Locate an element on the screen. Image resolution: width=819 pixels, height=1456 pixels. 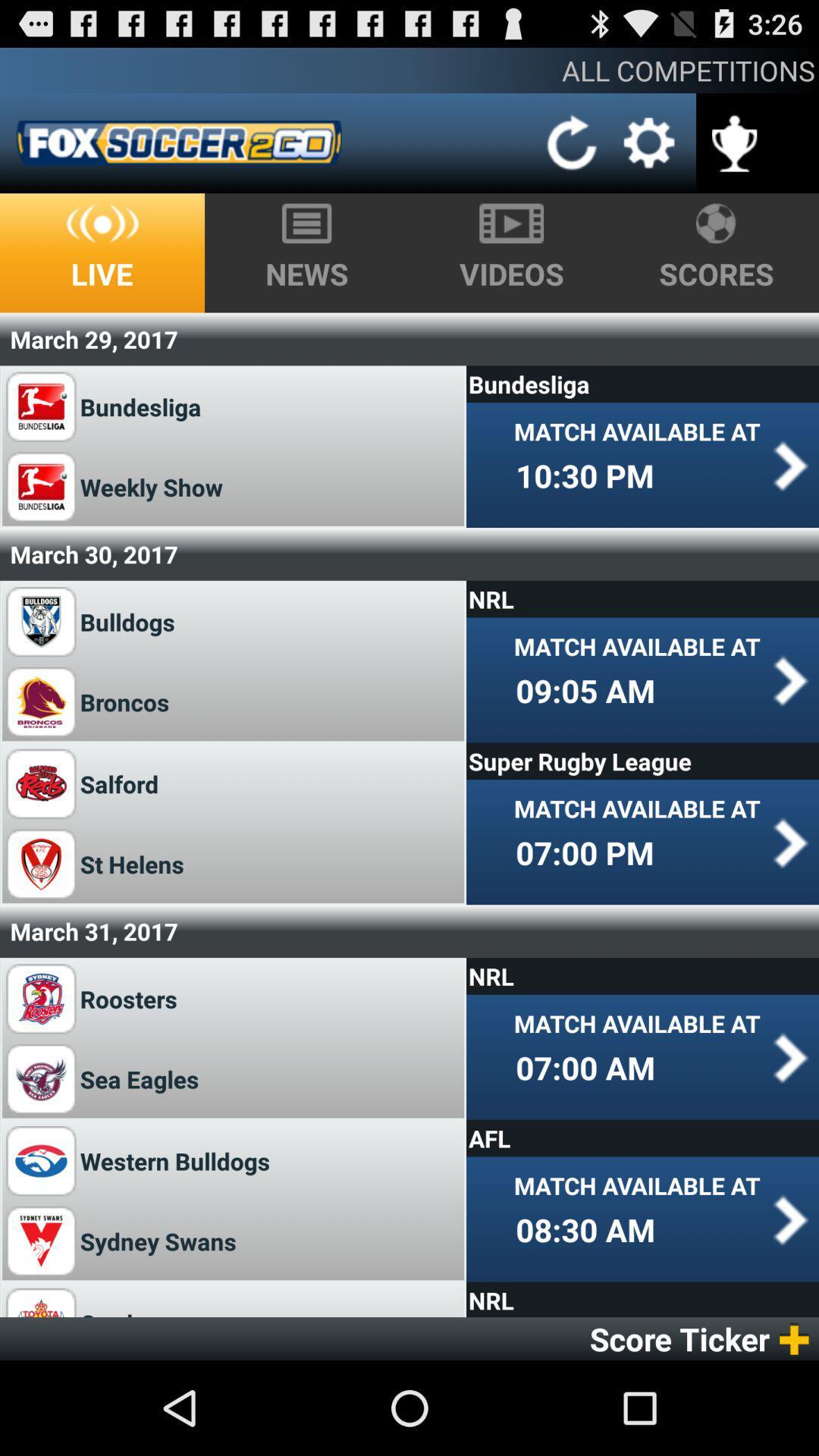
the refresh icon is located at coordinates (573, 153).